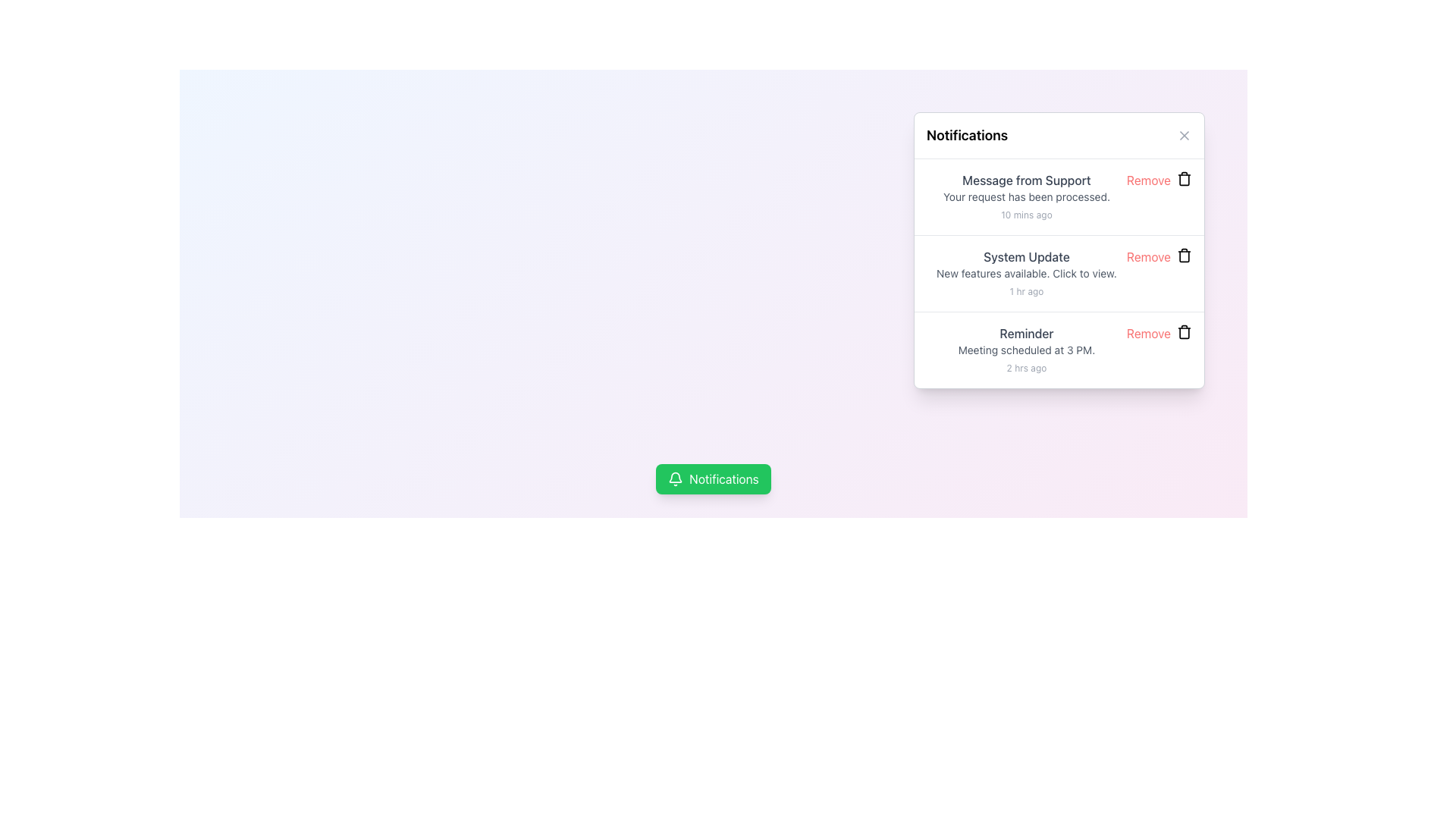 This screenshot has width=1456, height=819. What do you see at coordinates (1149, 256) in the screenshot?
I see `the 'Remove' button, which is a red text label located in the notification UI card under the 'System Update' headline` at bounding box center [1149, 256].